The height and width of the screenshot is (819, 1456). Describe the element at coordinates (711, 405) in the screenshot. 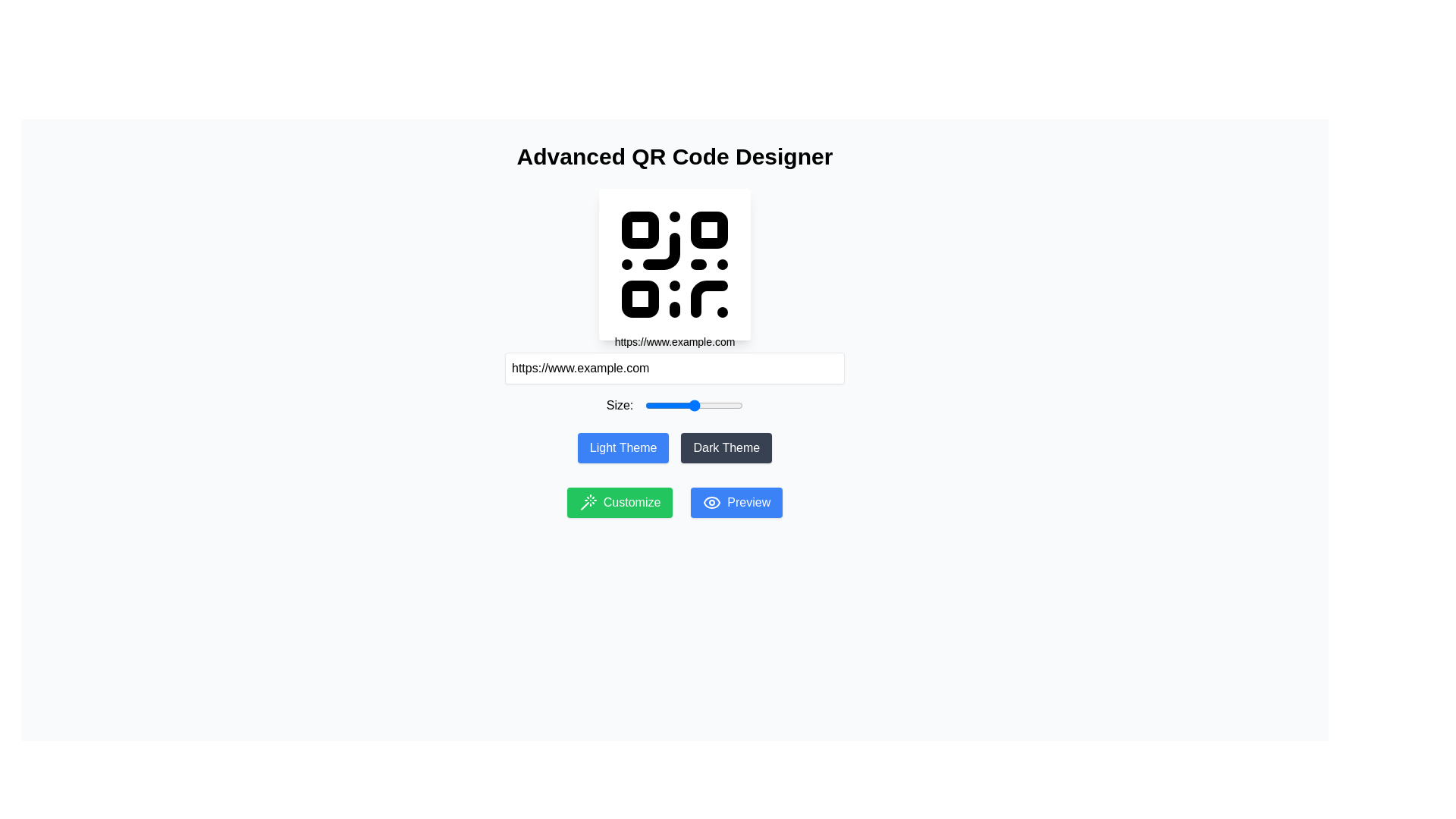

I see `the size value` at that location.